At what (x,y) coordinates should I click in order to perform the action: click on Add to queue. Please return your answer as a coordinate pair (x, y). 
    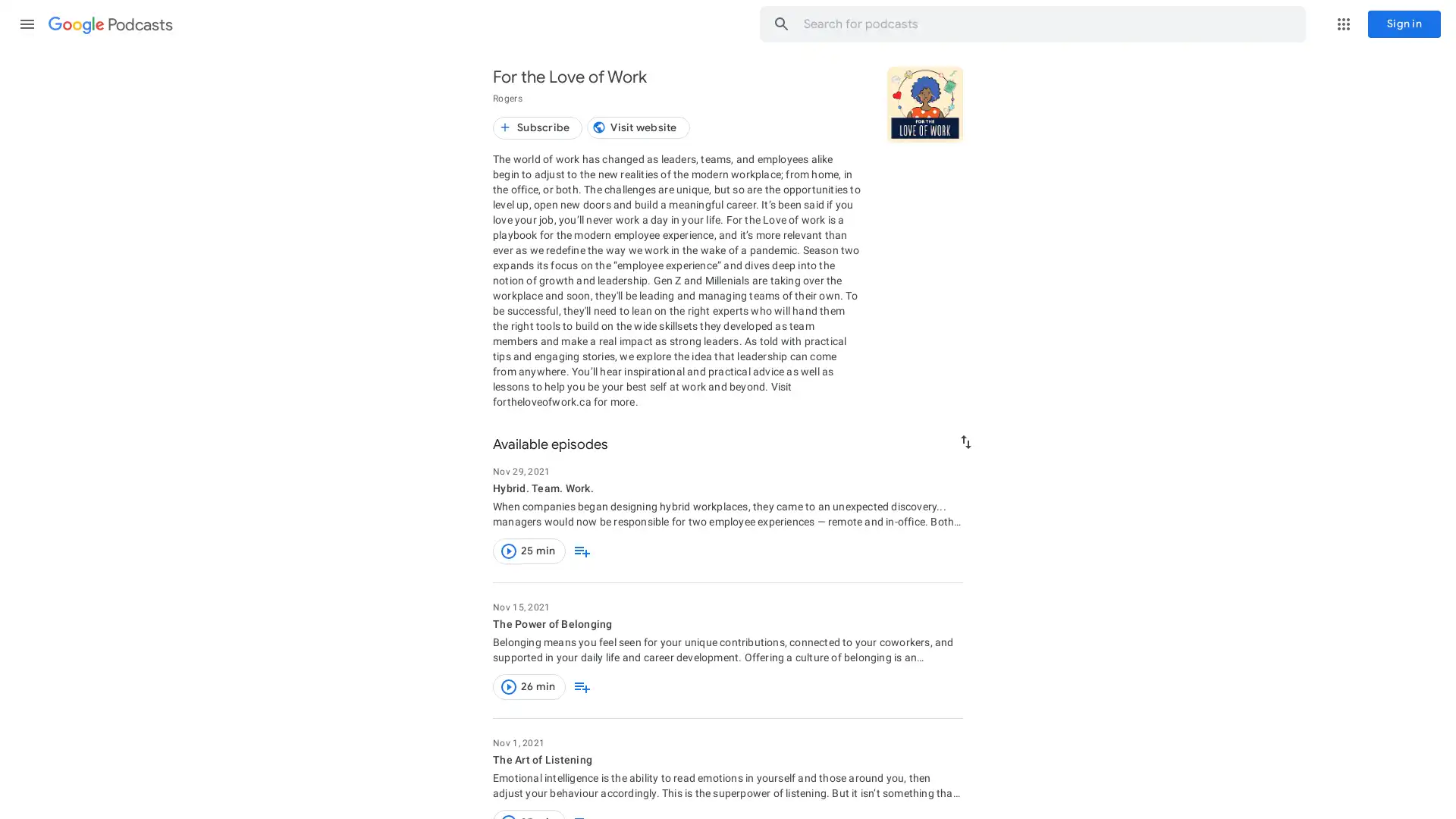
    Looking at the image, I should click on (581, 551).